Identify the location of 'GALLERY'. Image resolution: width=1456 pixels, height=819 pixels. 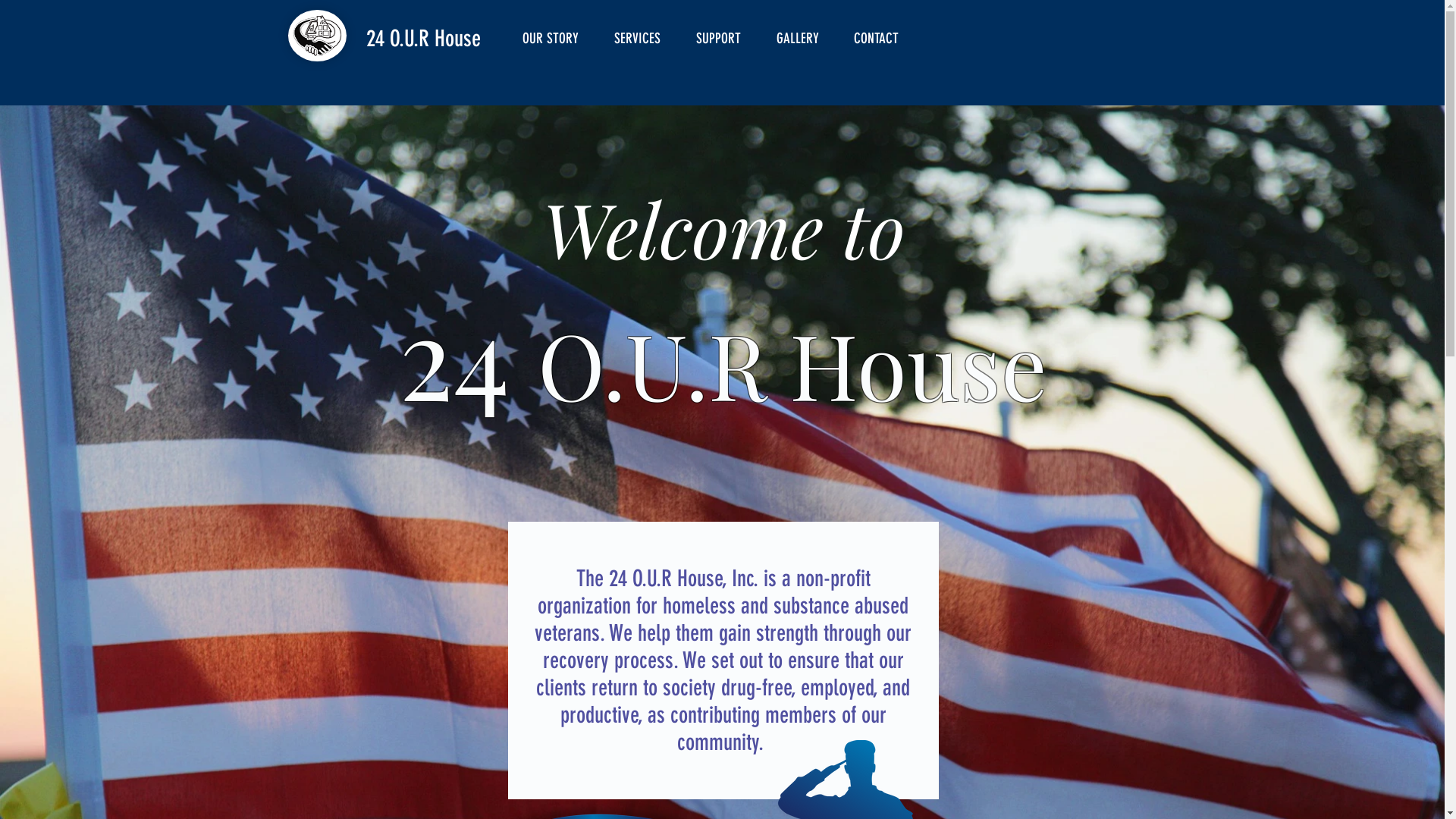
(802, 37).